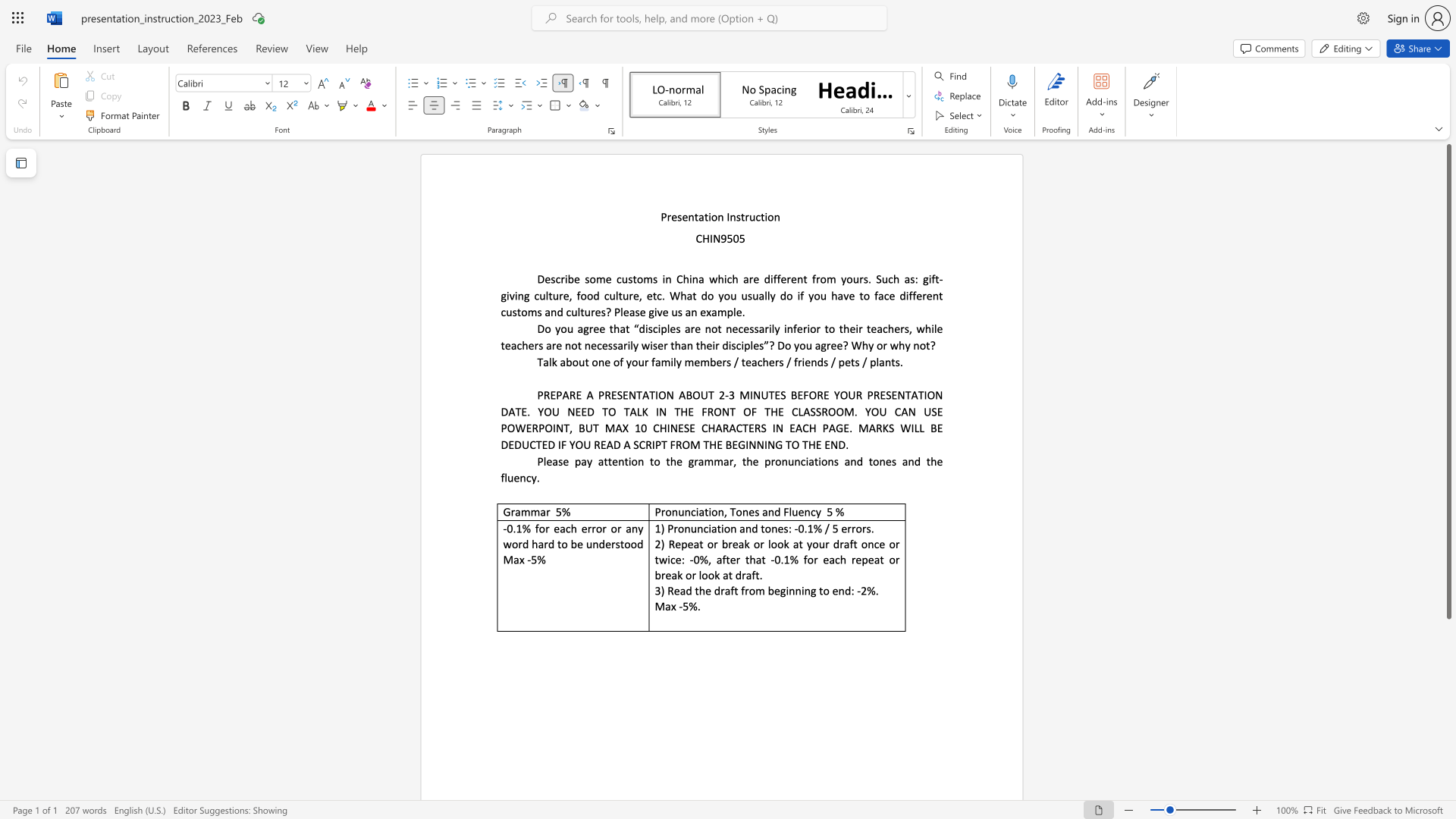  I want to click on the scrollbar on the right to shift the page lower, so click(1448, 734).